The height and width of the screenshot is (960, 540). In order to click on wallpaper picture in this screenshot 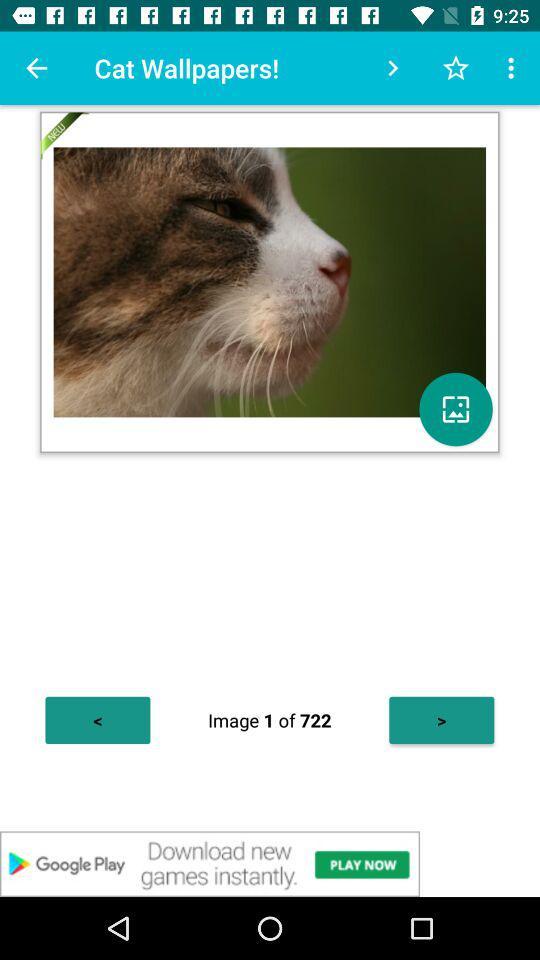, I will do `click(455, 408)`.